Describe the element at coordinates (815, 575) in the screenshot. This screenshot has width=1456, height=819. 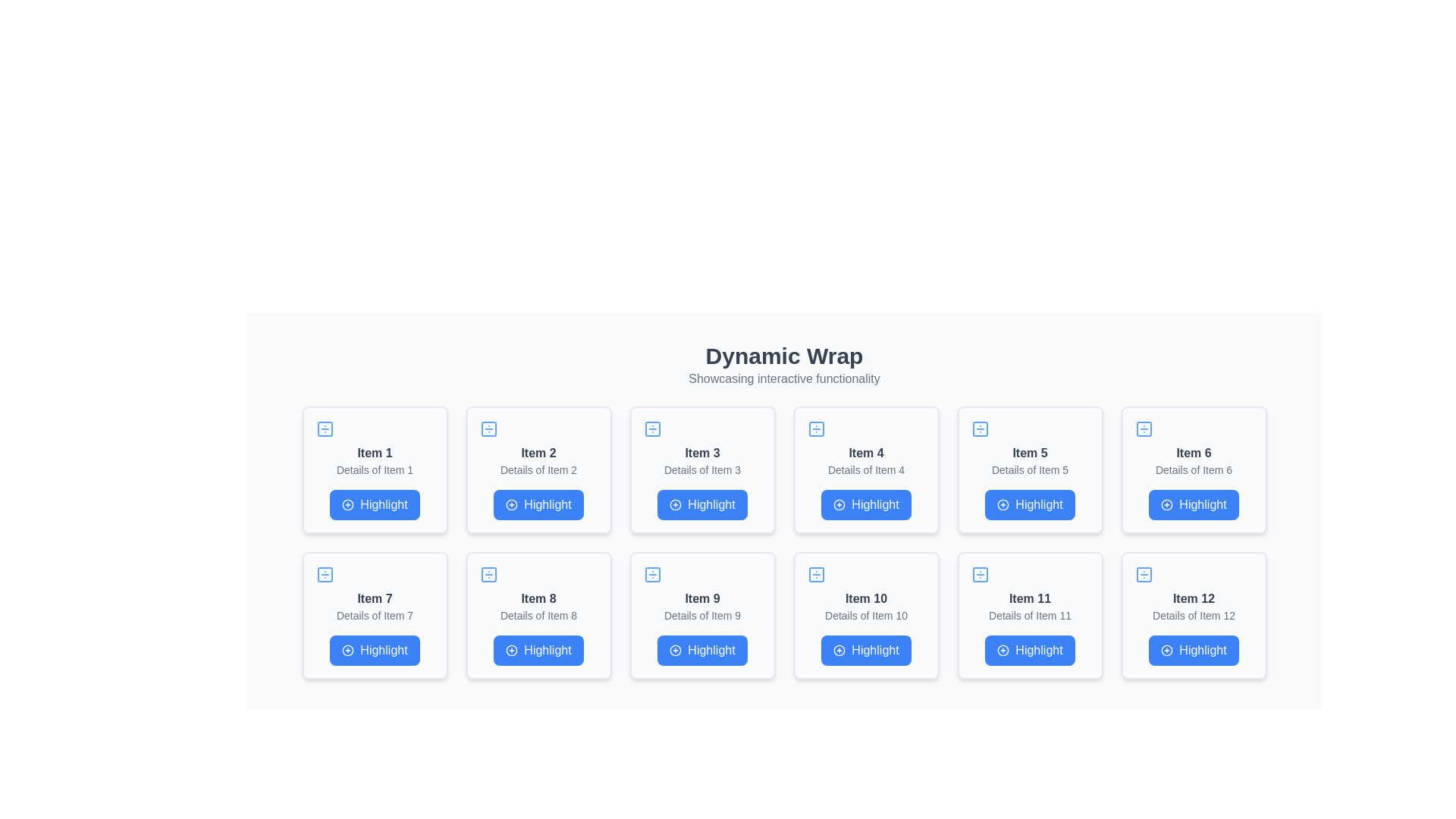
I see `the divide icon located within the card titled 'Item 10', positioned in the second row and fourth column of the grid layout` at that location.